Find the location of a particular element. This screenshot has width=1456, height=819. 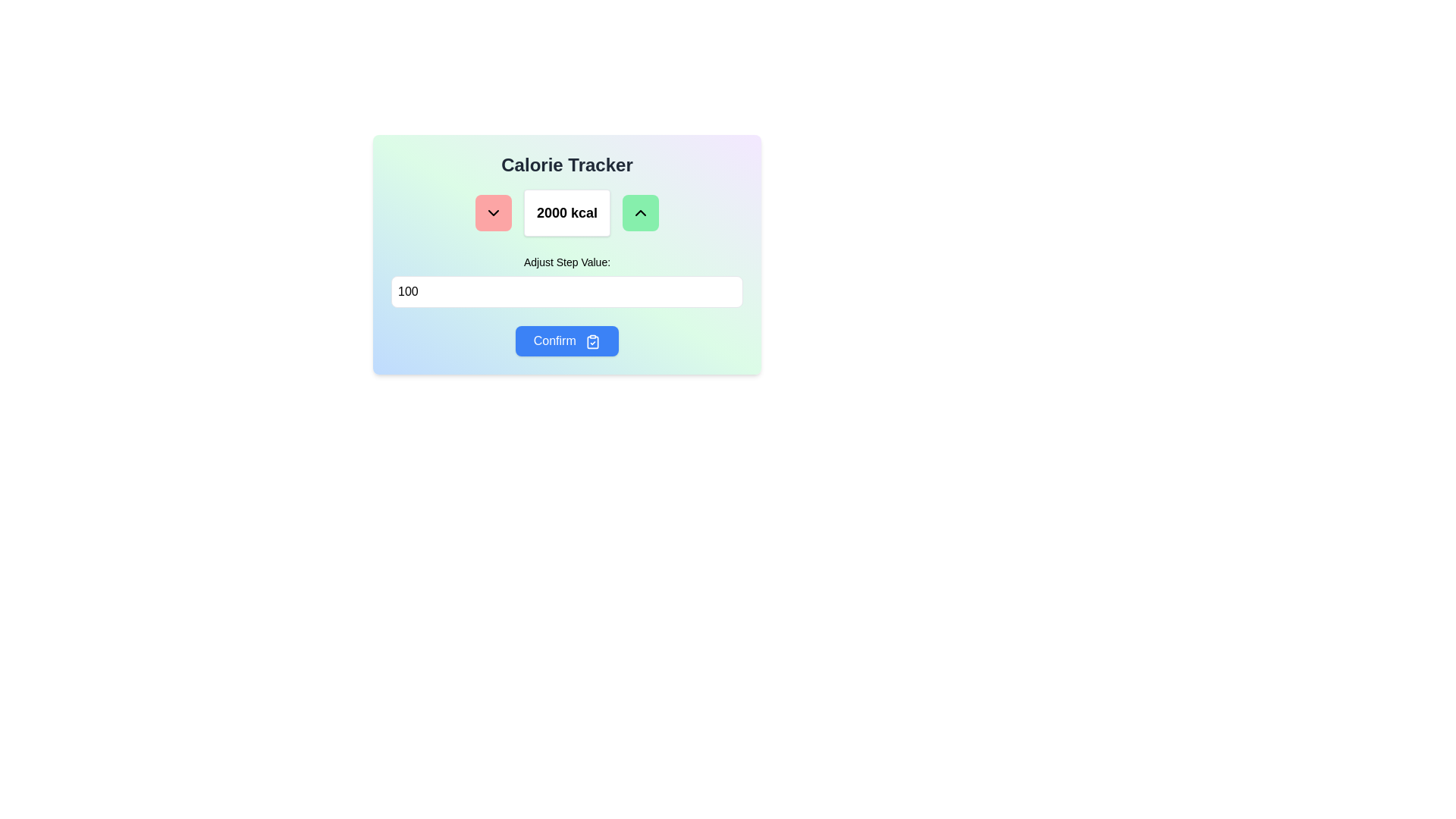

the increment button located on the right side of the 'Calorie Tracker' panel is located at coordinates (640, 213).